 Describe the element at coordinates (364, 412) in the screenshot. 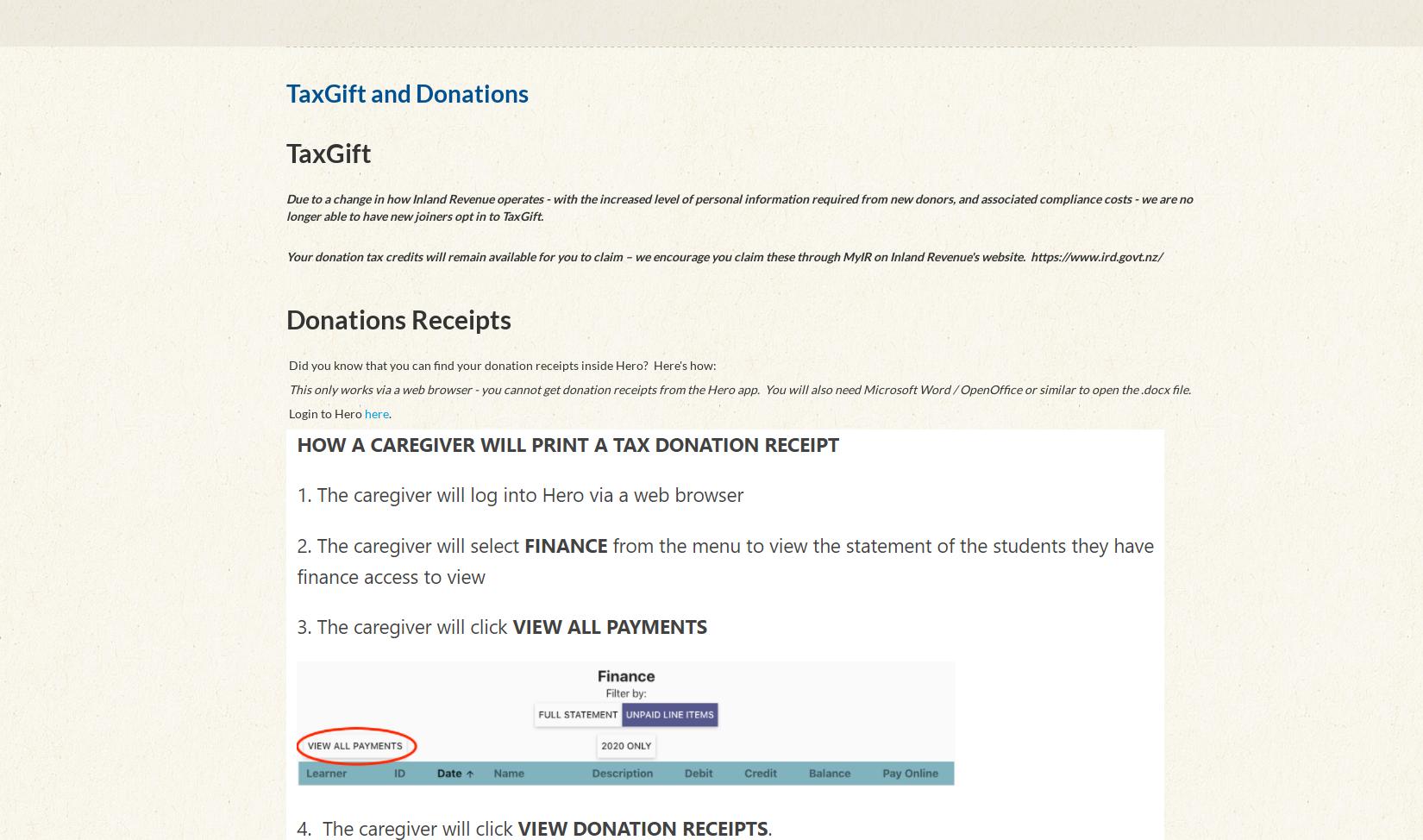

I see `'here'` at that location.